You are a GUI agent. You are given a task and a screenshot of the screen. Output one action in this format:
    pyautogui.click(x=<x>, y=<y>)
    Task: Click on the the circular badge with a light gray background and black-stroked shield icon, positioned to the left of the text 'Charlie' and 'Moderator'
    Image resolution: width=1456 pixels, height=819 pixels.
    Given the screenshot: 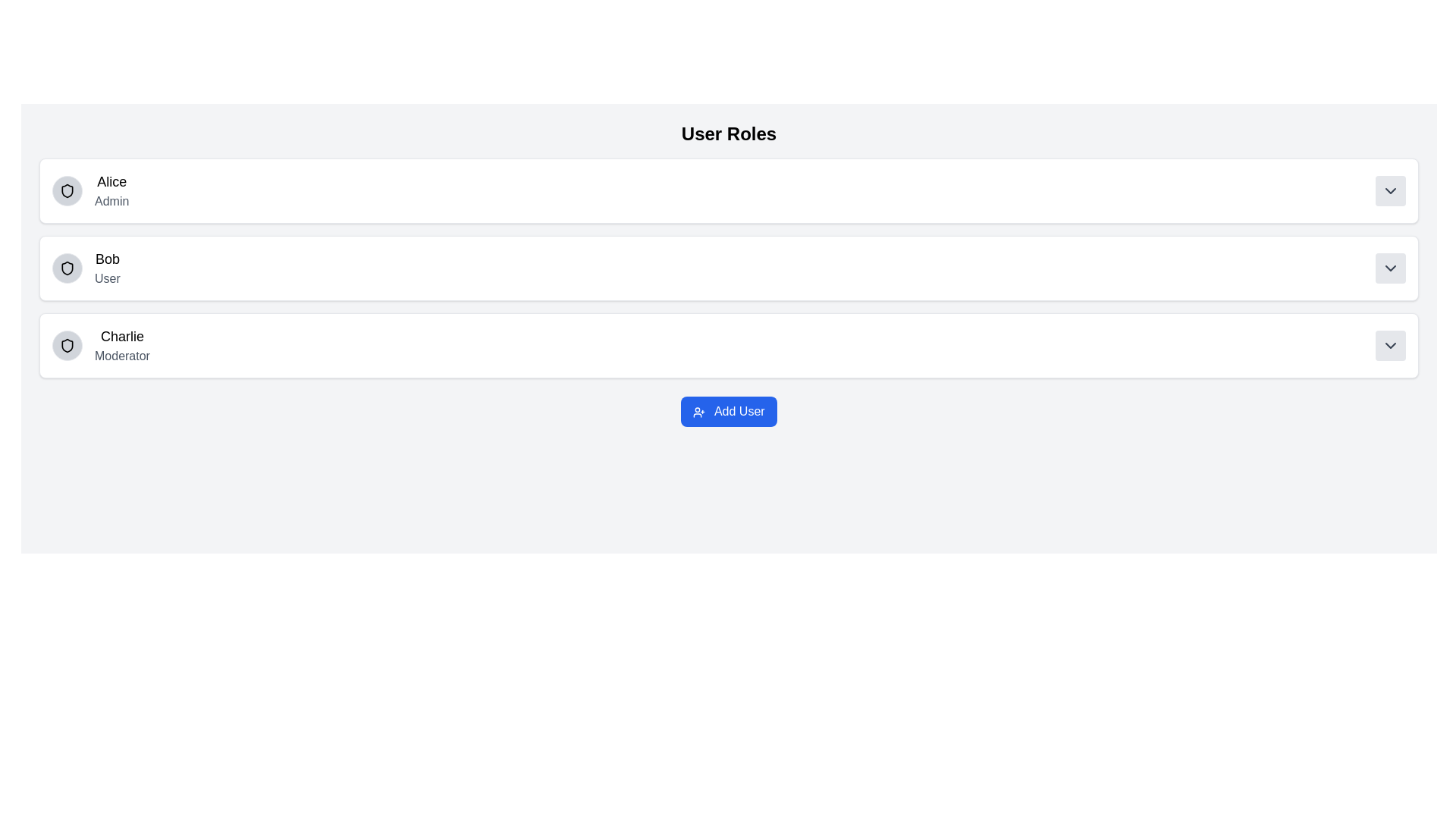 What is the action you would take?
    pyautogui.click(x=67, y=345)
    